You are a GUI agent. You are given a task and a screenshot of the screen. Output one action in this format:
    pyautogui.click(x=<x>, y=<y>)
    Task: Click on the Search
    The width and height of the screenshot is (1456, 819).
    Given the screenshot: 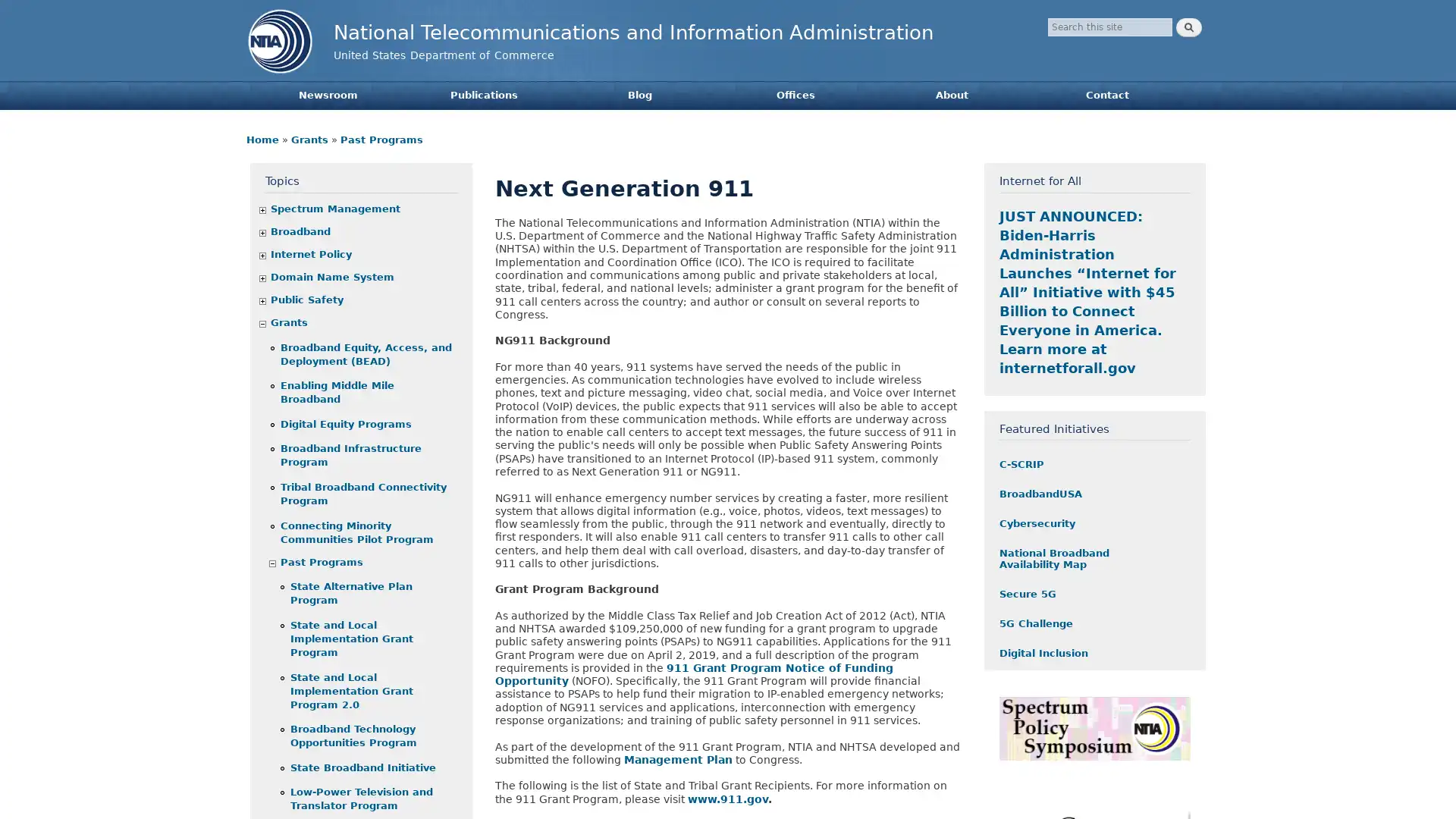 What is the action you would take?
    pyautogui.click(x=1188, y=27)
    